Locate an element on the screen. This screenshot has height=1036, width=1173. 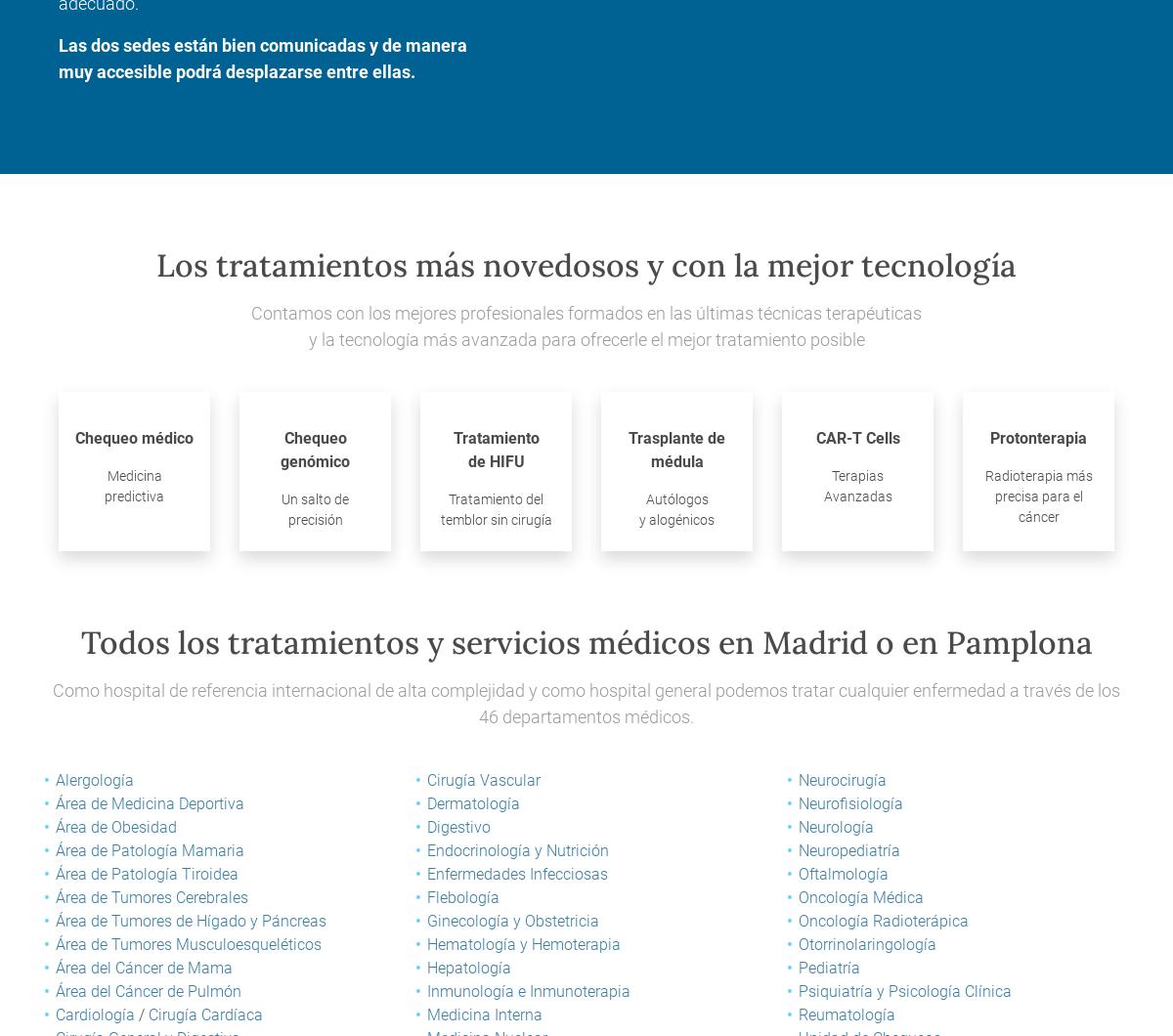
'Cirugía Vascular' is located at coordinates (483, 780).